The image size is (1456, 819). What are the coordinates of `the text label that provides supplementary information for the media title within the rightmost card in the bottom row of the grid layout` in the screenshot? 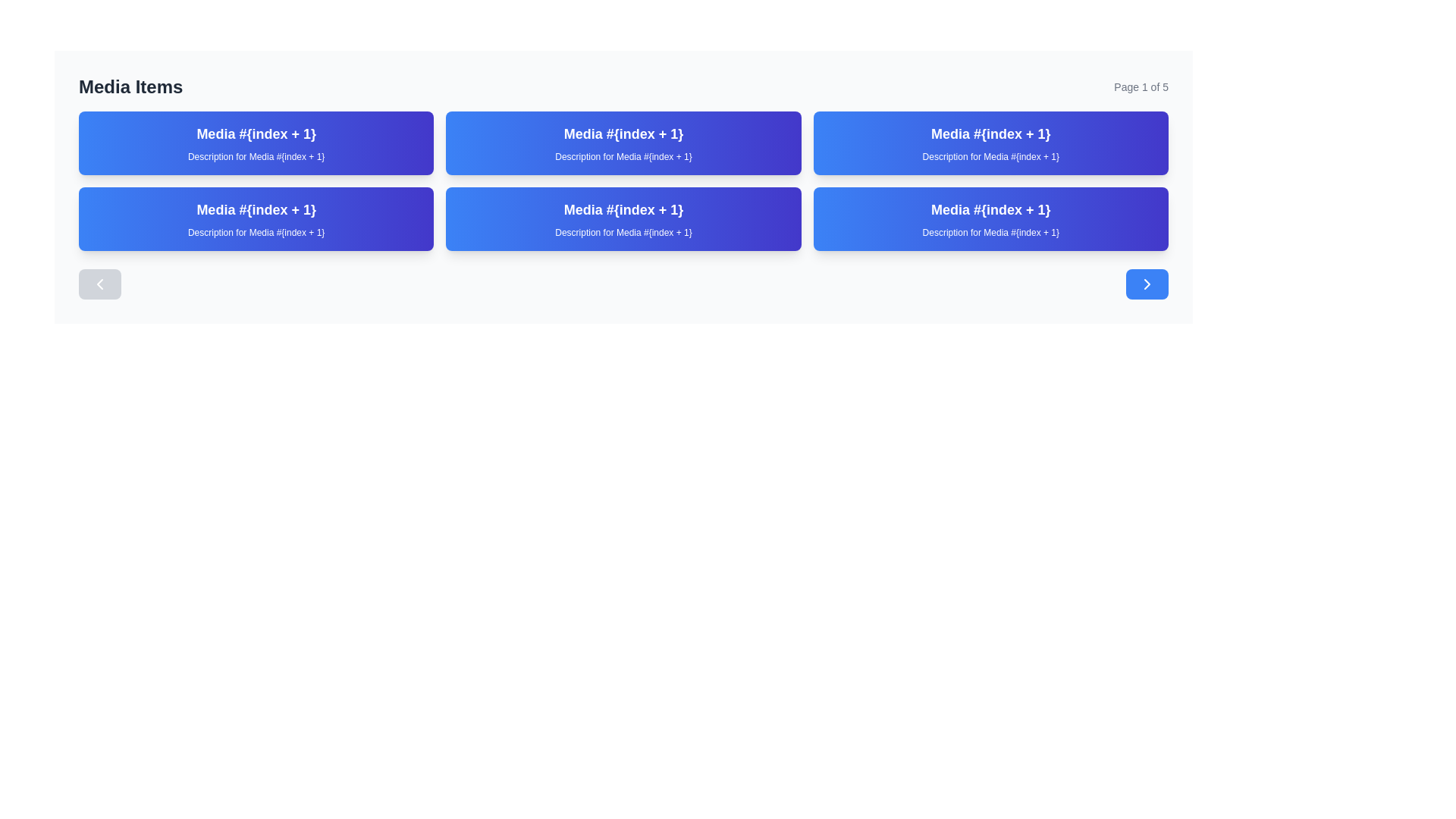 It's located at (990, 233).